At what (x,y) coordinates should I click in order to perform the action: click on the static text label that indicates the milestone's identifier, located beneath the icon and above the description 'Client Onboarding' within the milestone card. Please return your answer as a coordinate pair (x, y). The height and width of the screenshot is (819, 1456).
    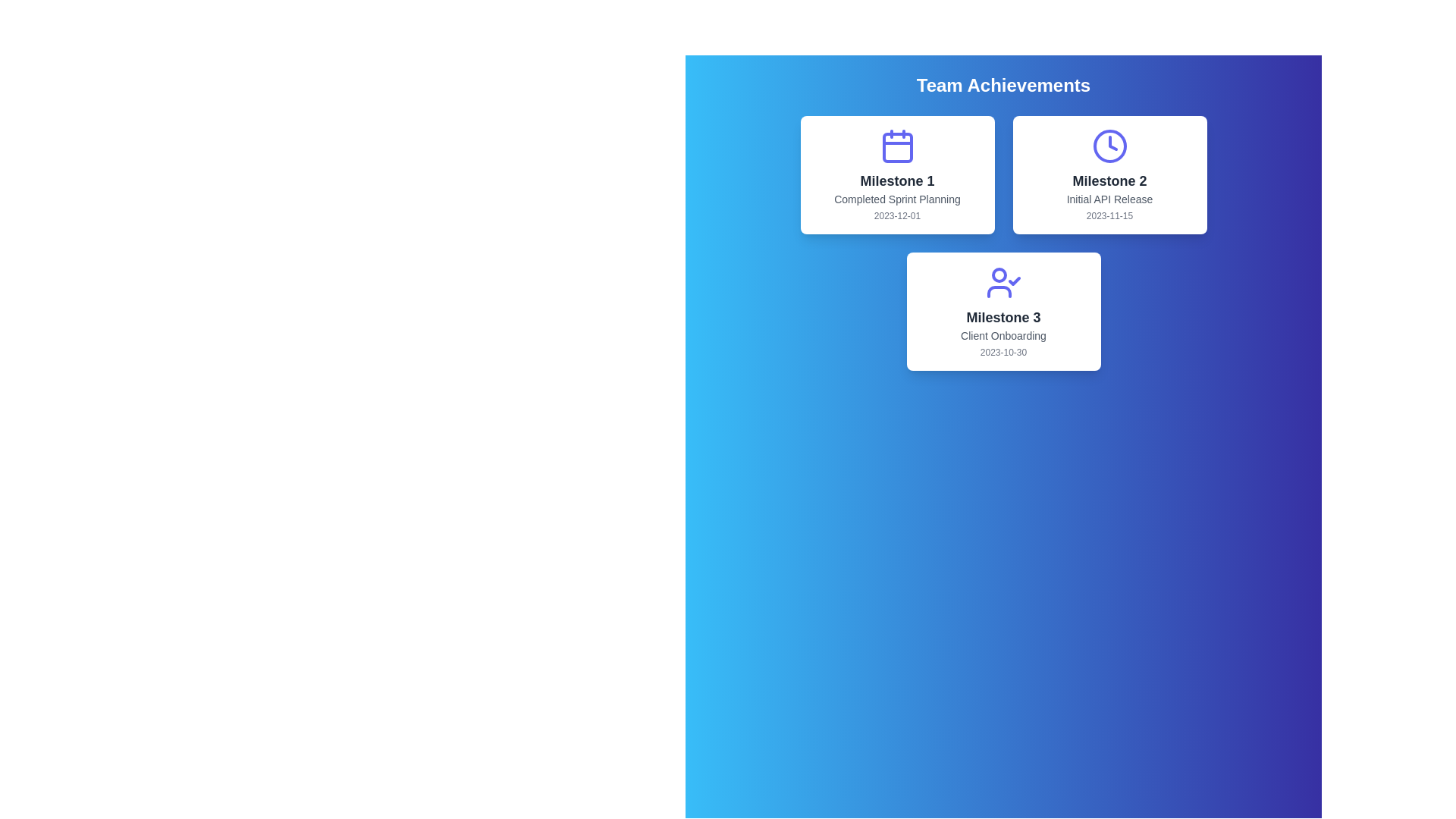
    Looking at the image, I should click on (1003, 317).